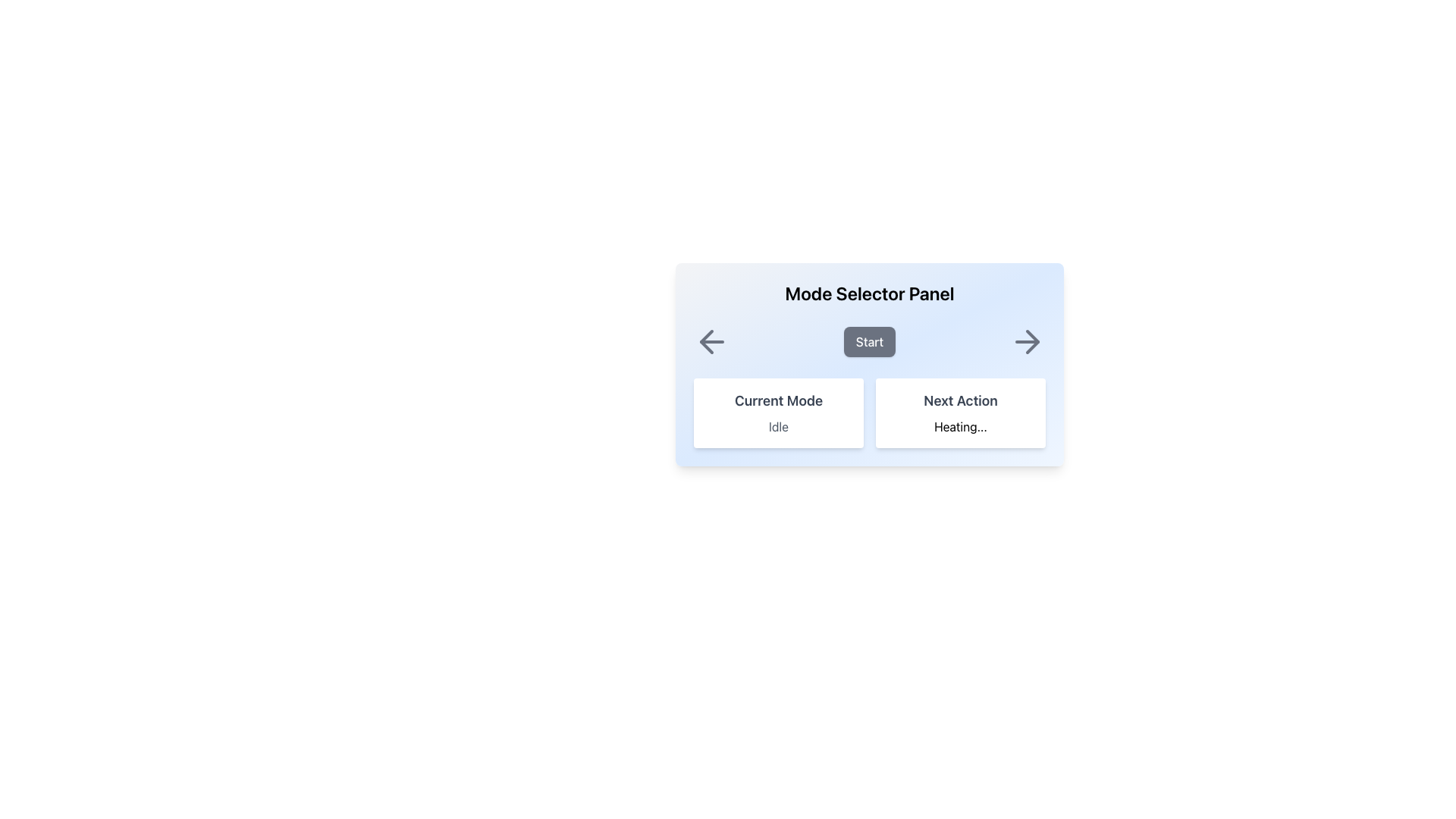  Describe the element at coordinates (870, 342) in the screenshot. I see `the Start button, which is a gray rectangular button with rounded corners and white text, to initiate an action` at that location.